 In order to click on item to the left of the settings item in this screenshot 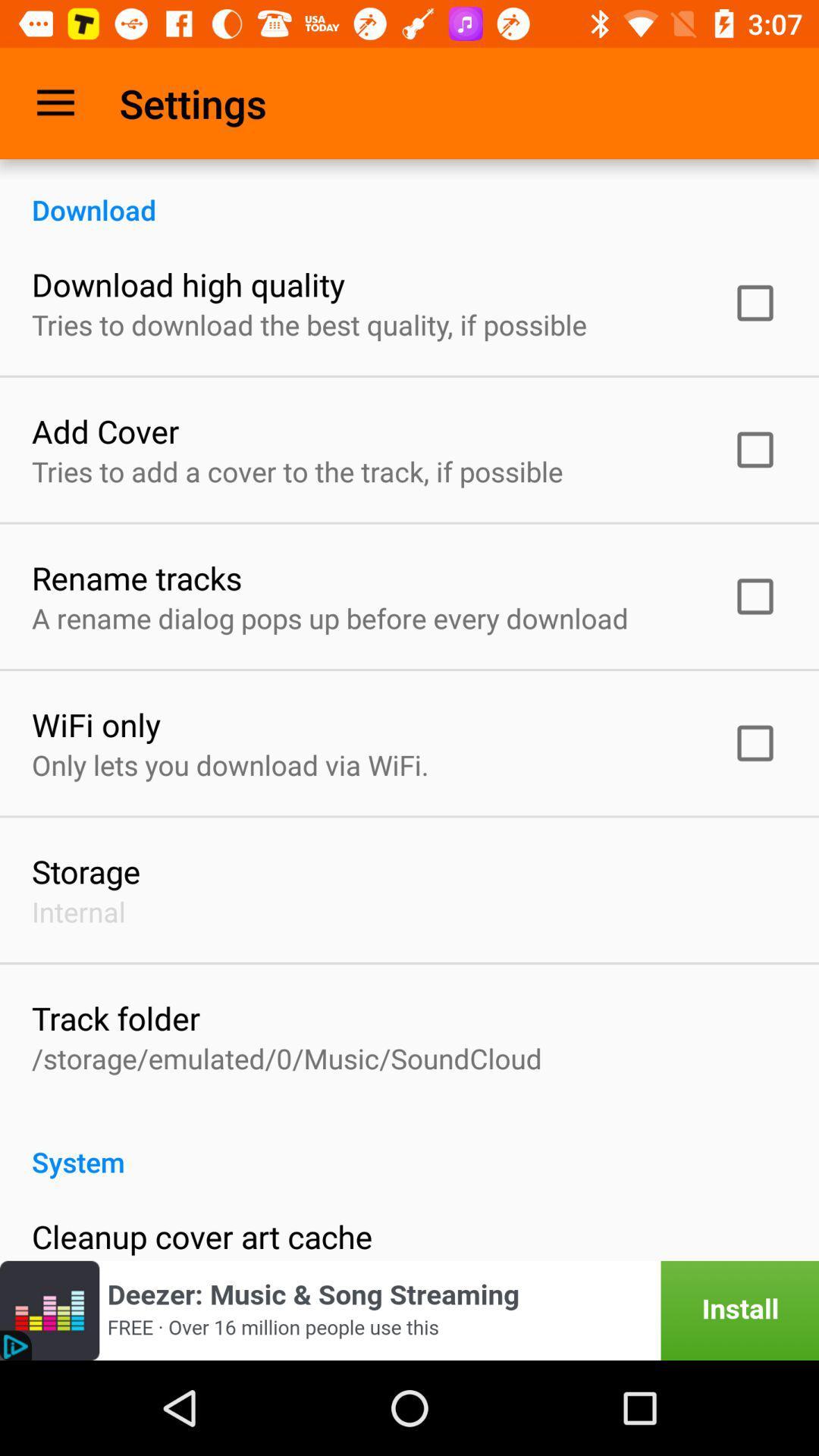, I will do `click(55, 102)`.